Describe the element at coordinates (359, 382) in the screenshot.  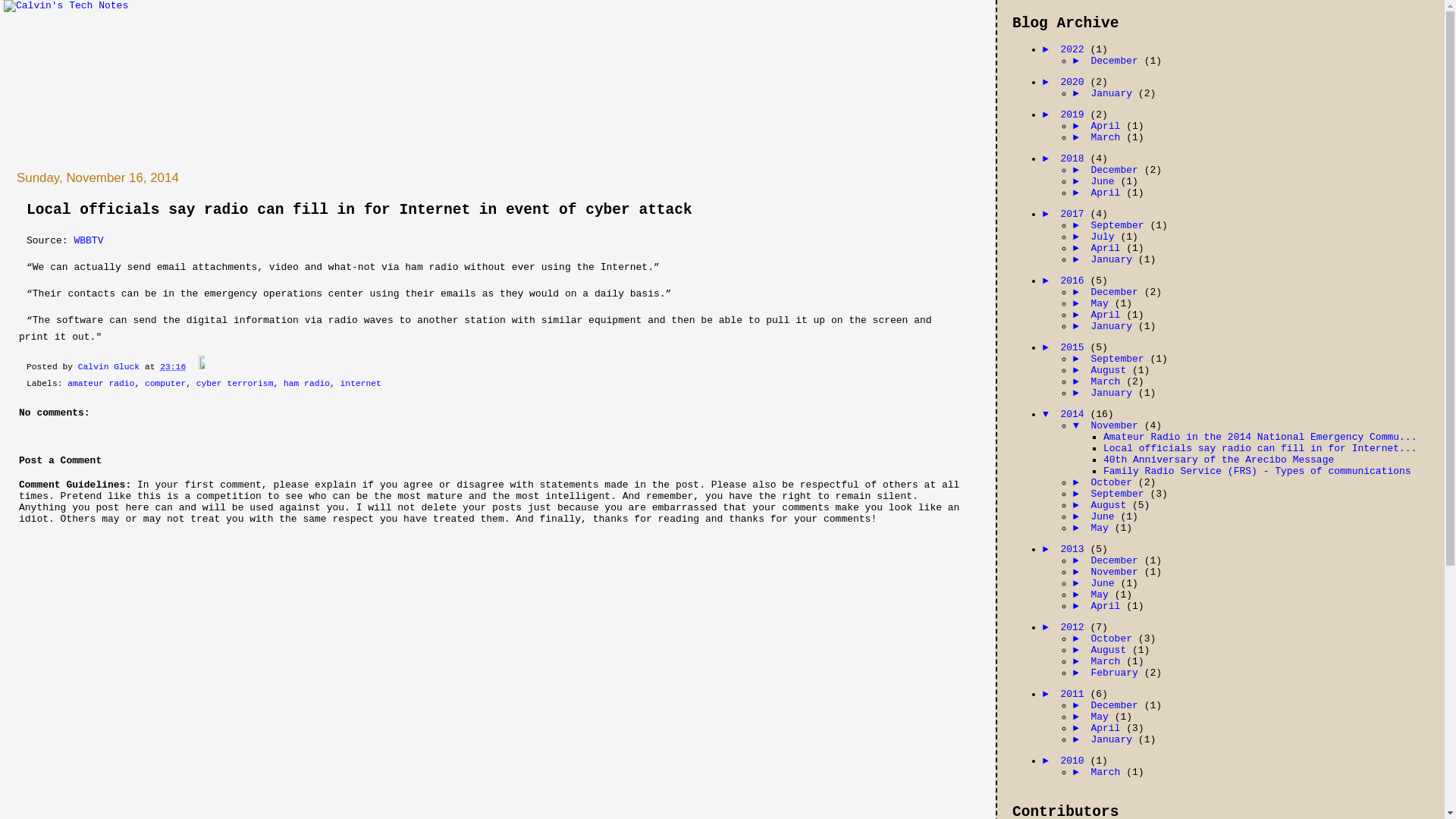
I see `'internet'` at that location.